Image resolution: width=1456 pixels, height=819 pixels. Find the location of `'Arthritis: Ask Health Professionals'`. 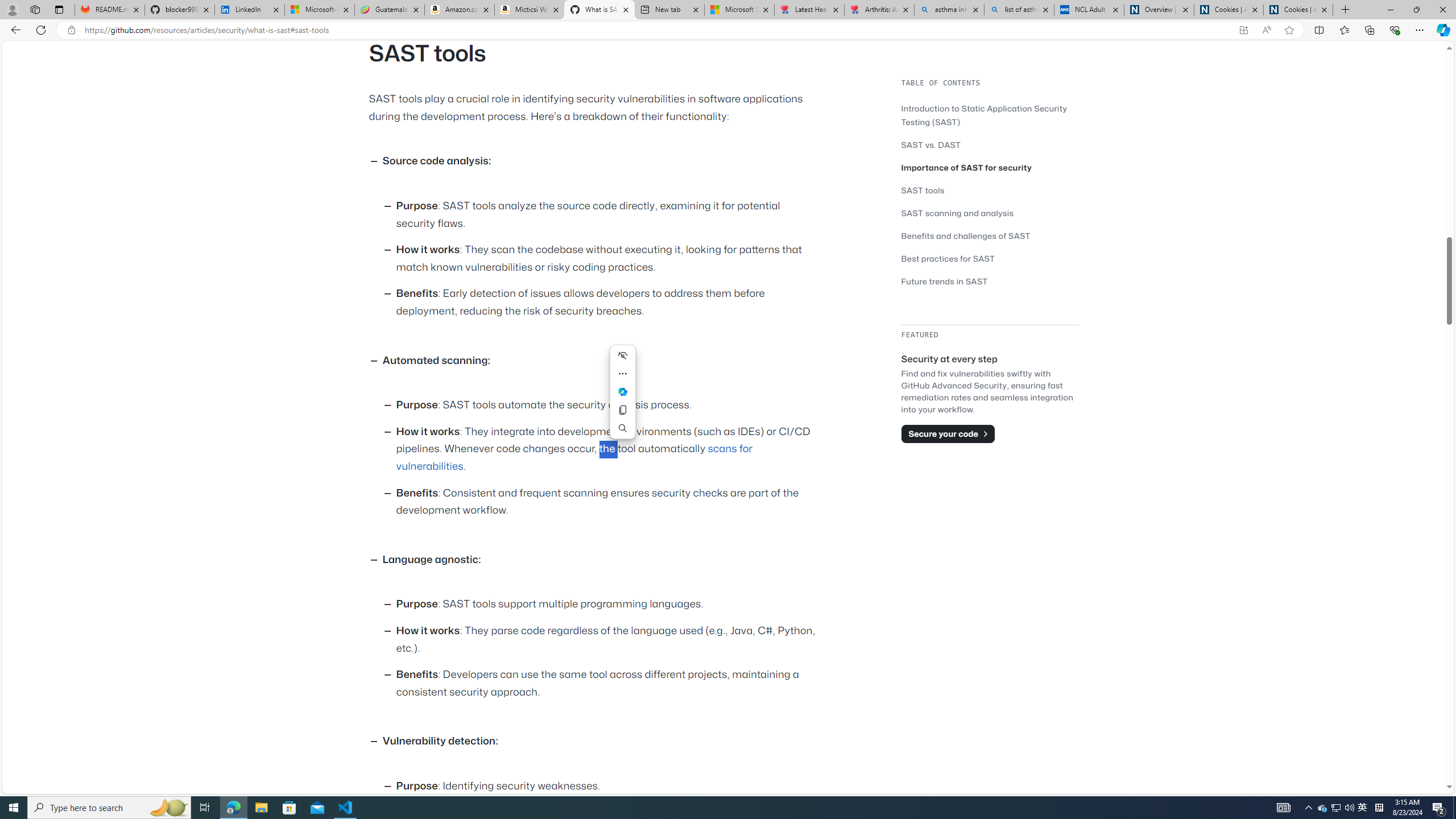

'Arthritis: Ask Health Professionals' is located at coordinates (879, 9).